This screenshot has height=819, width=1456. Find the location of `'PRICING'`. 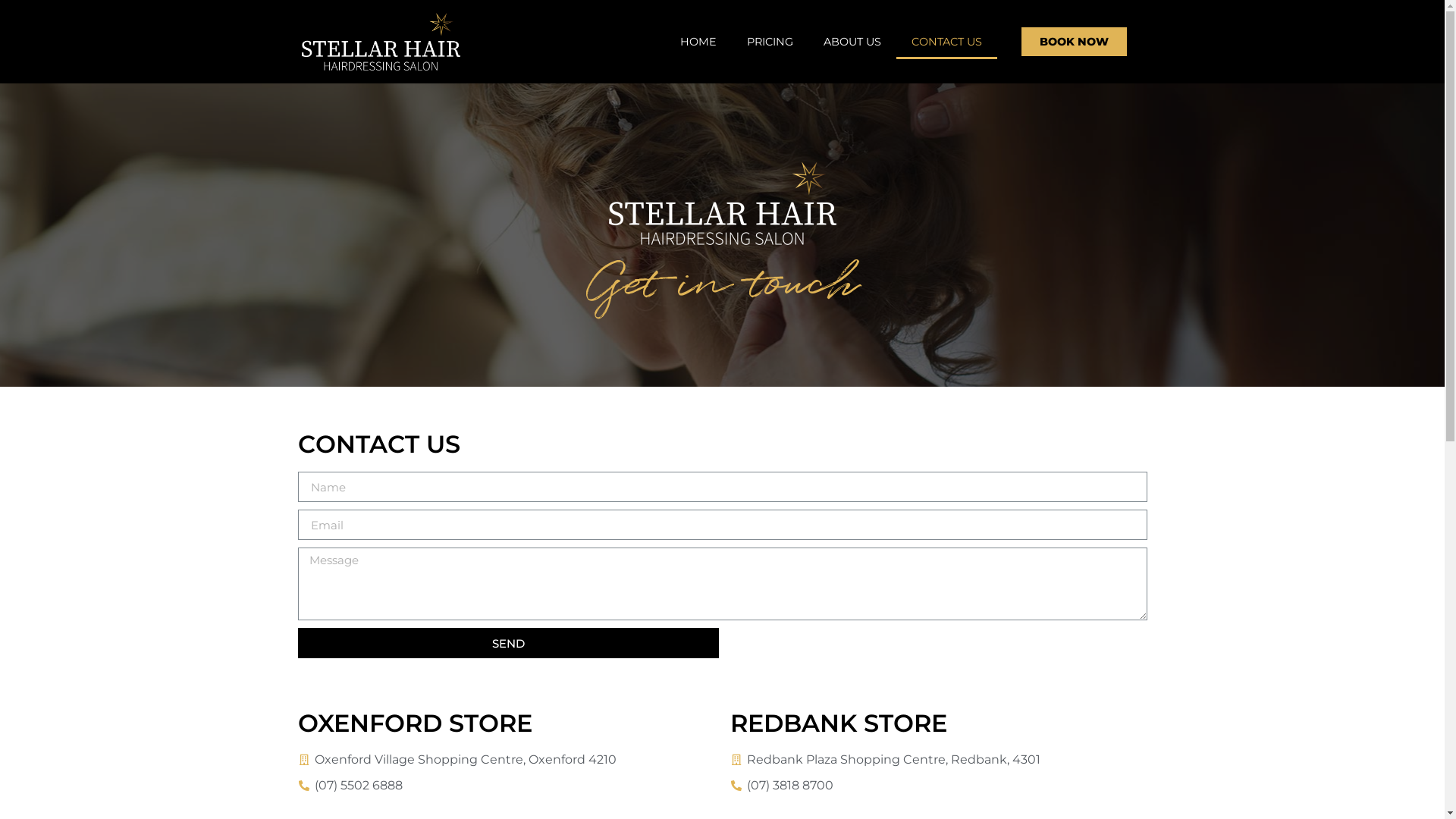

'PRICING' is located at coordinates (770, 40).